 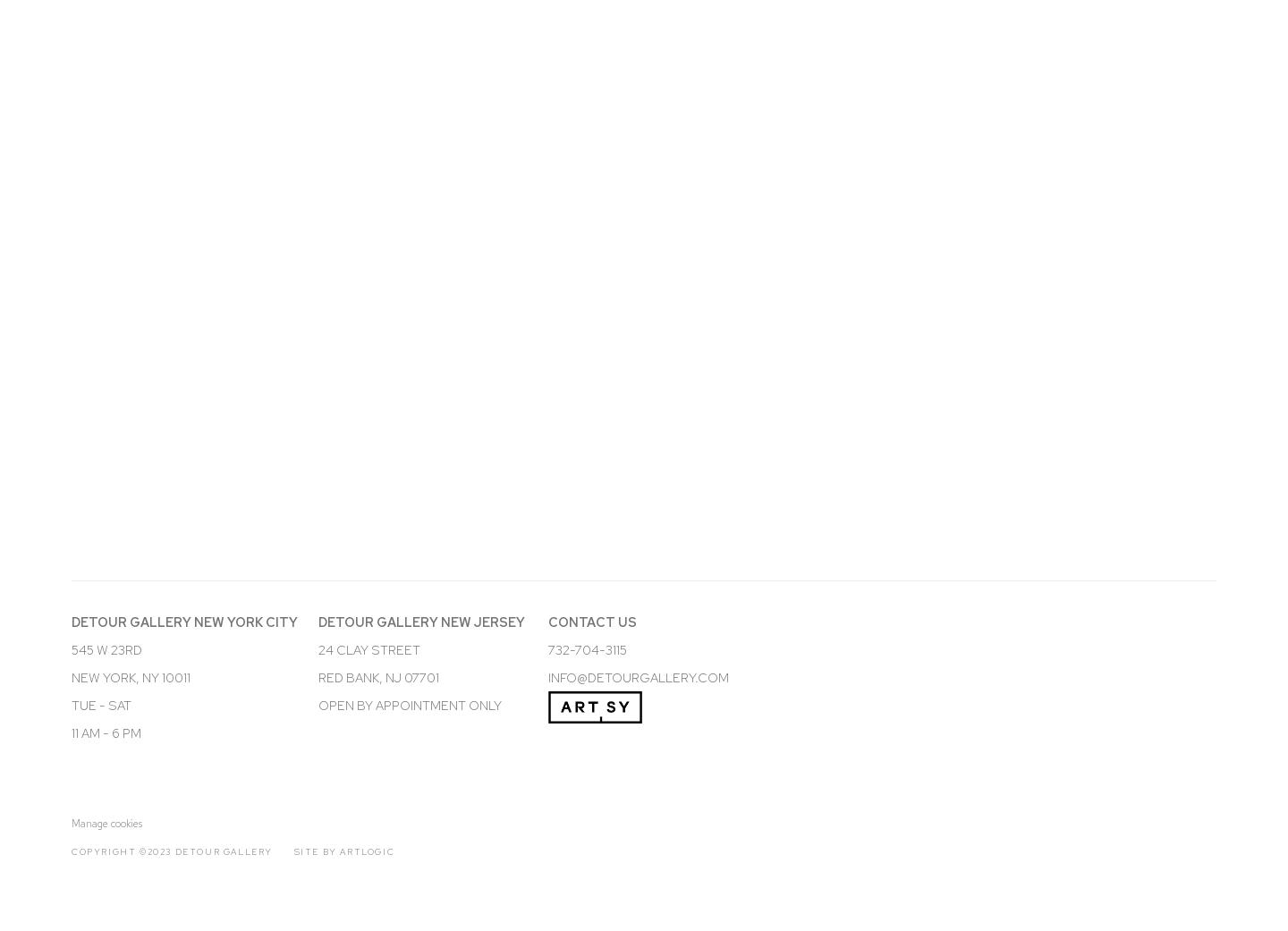 I want to click on 'NEW YORK, NY 10011', so click(x=72, y=676).